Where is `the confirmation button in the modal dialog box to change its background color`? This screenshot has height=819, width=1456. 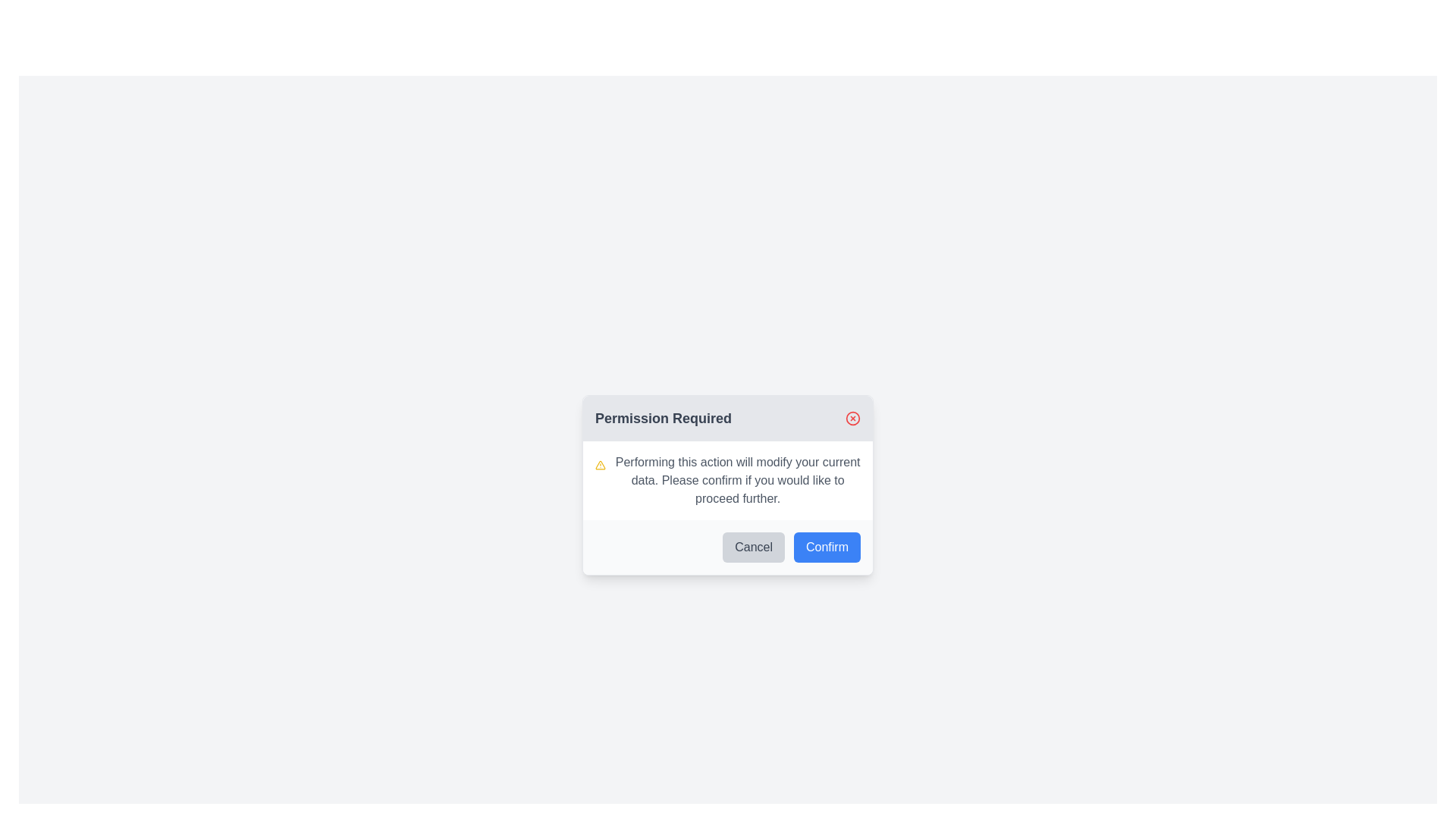 the confirmation button in the modal dialog box to change its background color is located at coordinates (826, 547).